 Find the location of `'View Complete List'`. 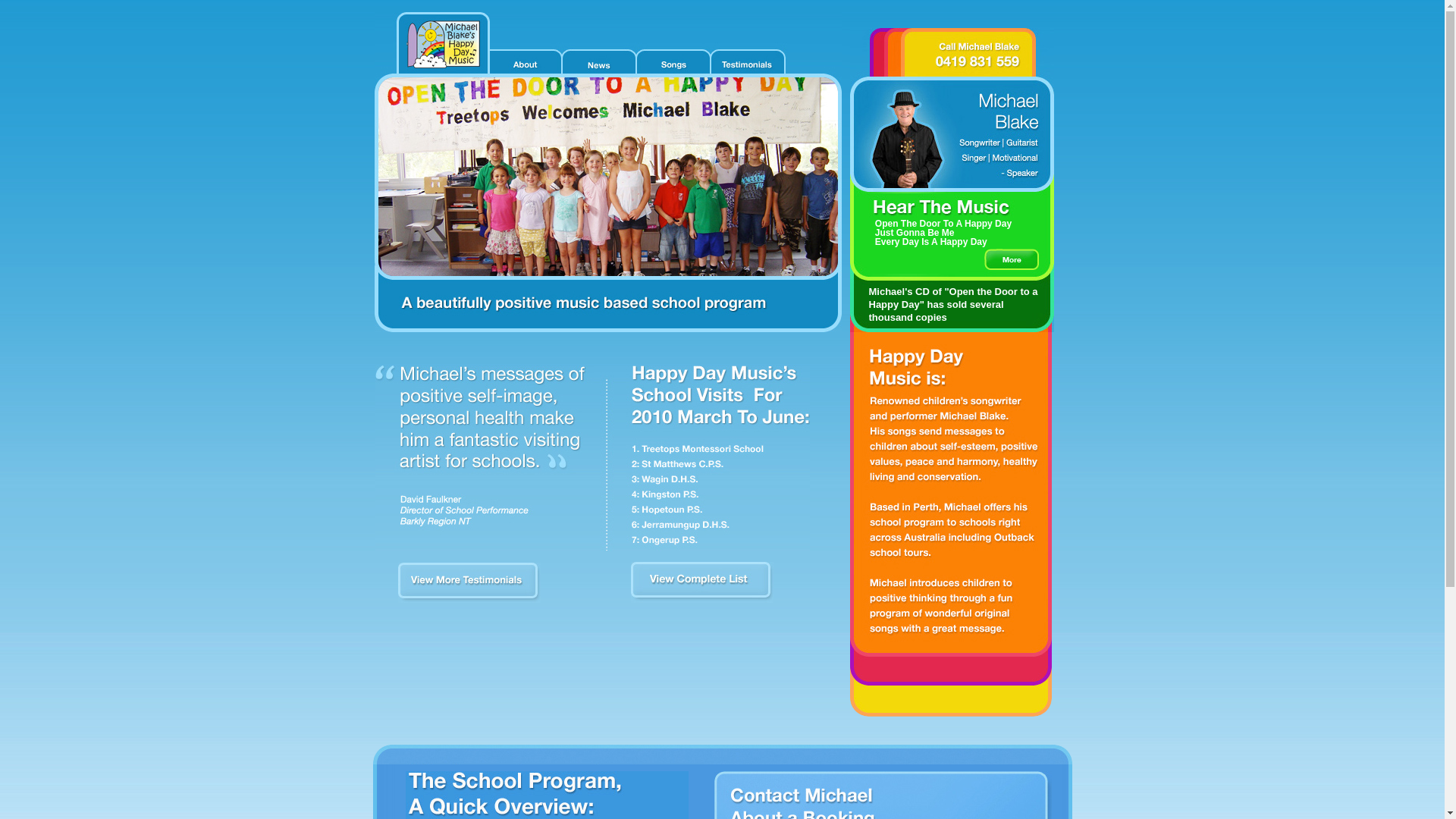

'View Complete List' is located at coordinates (701, 598).